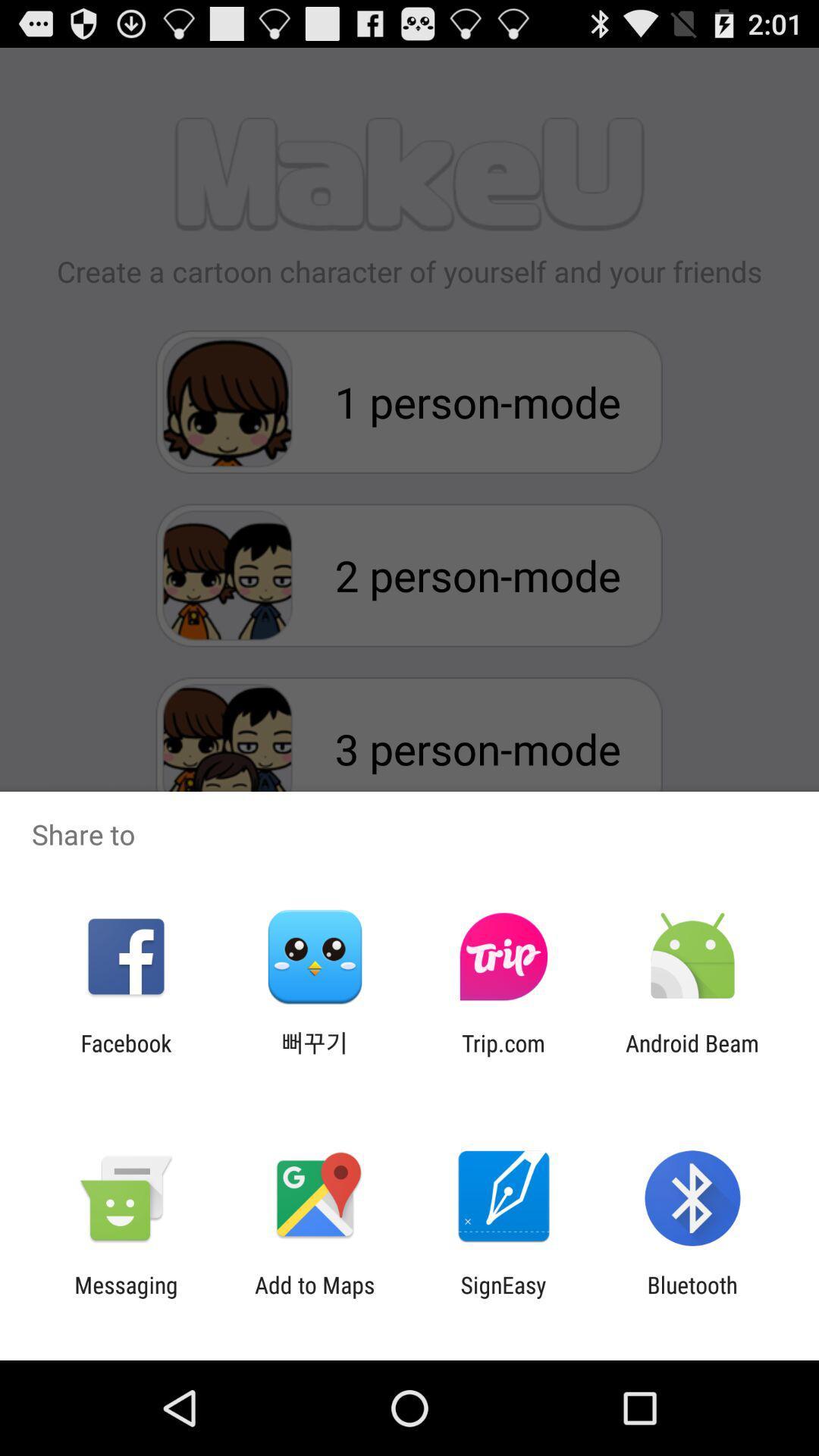 Image resolution: width=819 pixels, height=1456 pixels. Describe the element at coordinates (314, 1056) in the screenshot. I see `the item next to the facebook item` at that location.